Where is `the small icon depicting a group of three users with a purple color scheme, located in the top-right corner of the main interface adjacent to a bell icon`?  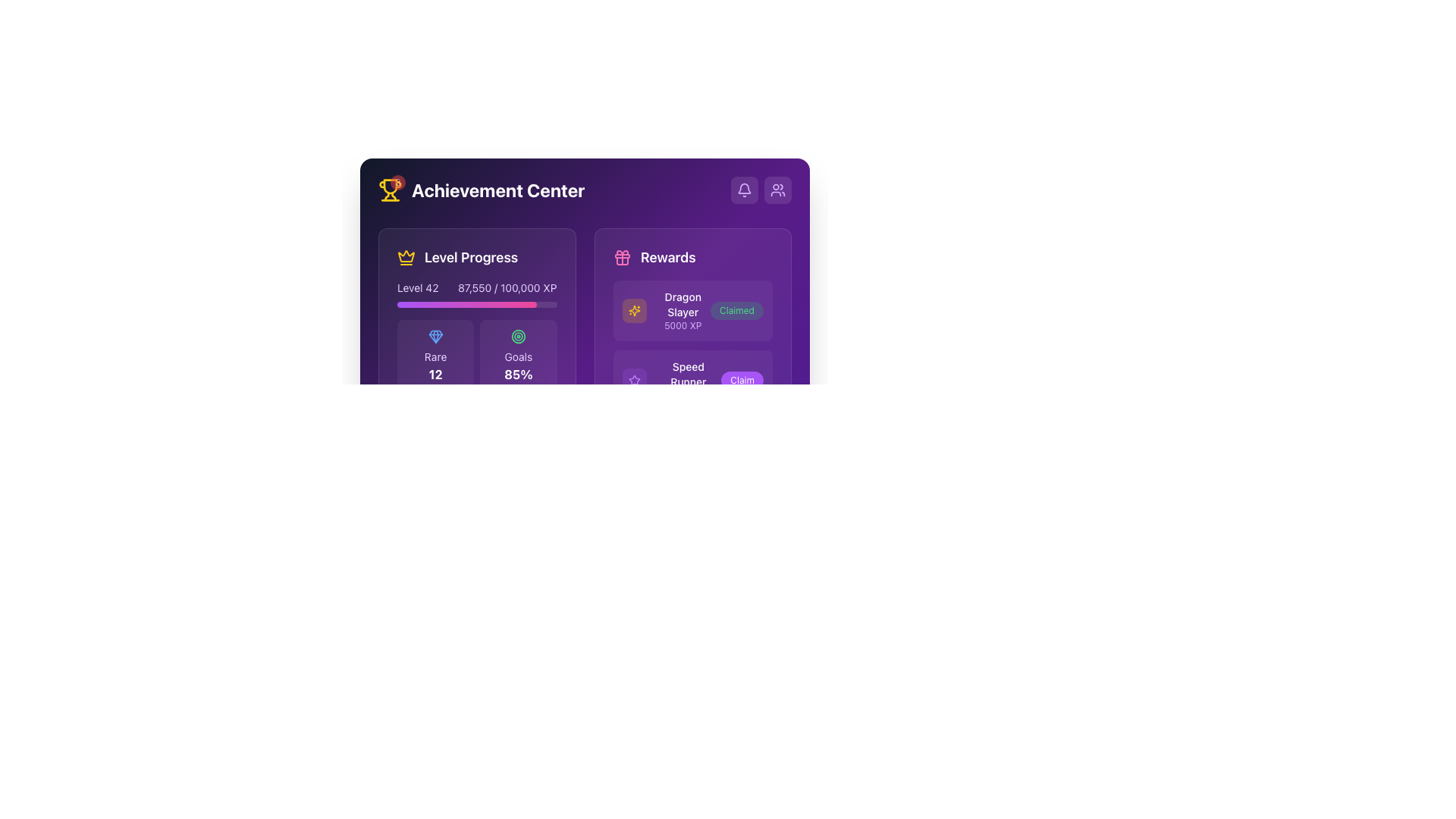 the small icon depicting a group of three users with a purple color scheme, located in the top-right corner of the main interface adjacent to a bell icon is located at coordinates (778, 189).